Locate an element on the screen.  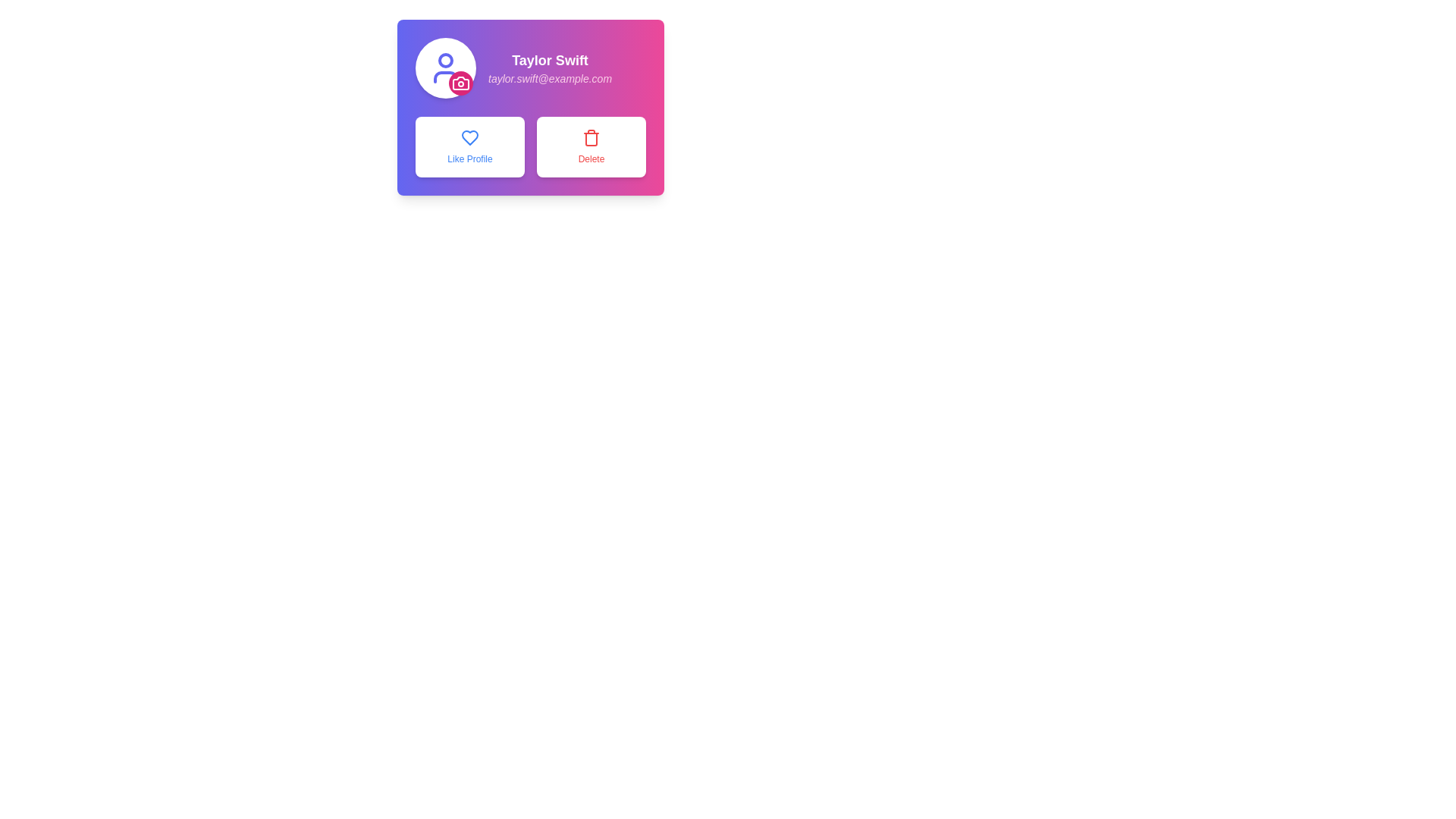
the title text label that identifies the user or subject of the card, which is positioned at the top of the card layout is located at coordinates (549, 60).